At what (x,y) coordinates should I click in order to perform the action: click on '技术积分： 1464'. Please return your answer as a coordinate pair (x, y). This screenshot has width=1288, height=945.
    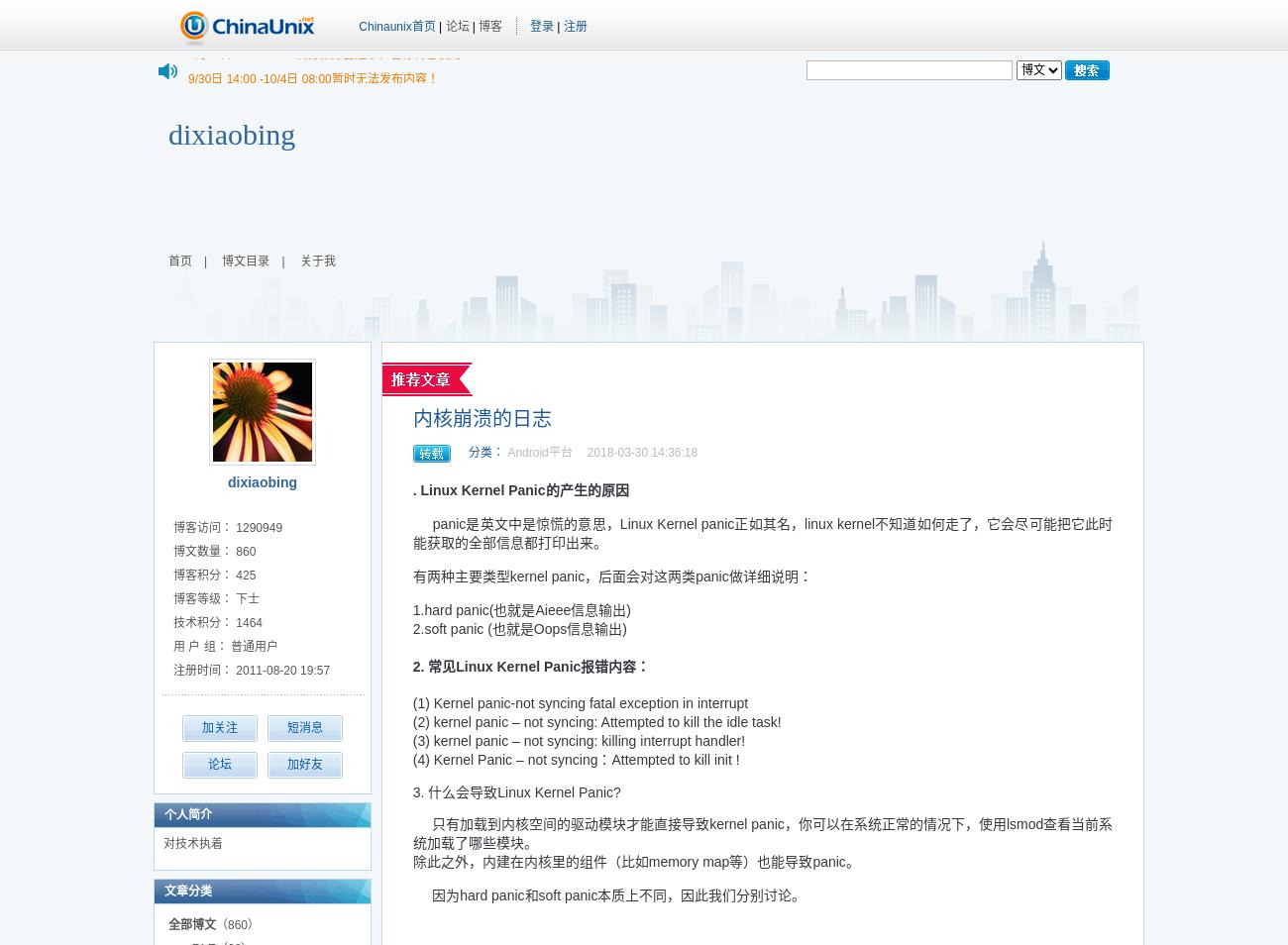
    Looking at the image, I should click on (216, 621).